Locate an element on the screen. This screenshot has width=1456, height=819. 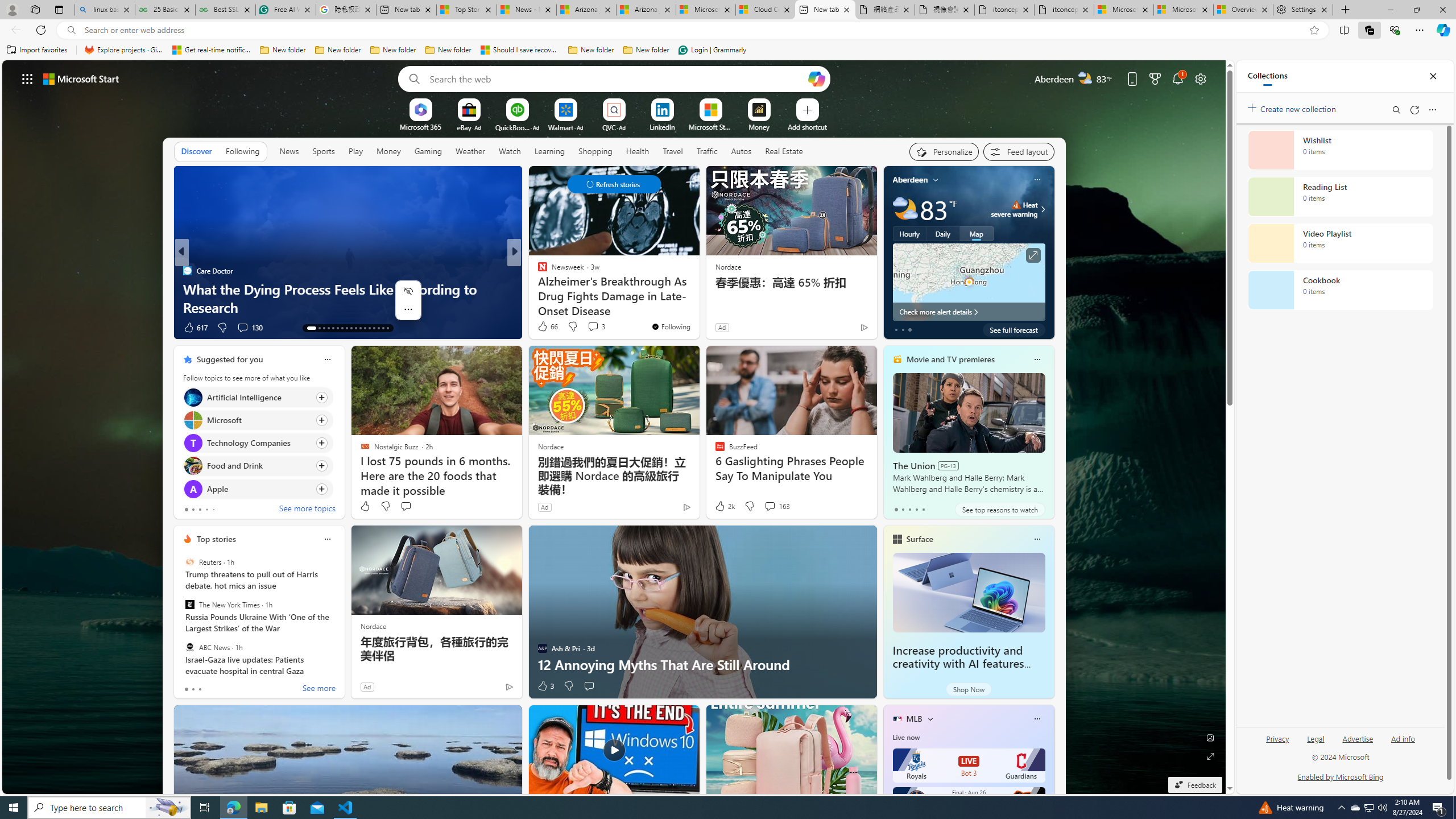
'AutomationID: tab-18' is located at coordinates (337, 328).